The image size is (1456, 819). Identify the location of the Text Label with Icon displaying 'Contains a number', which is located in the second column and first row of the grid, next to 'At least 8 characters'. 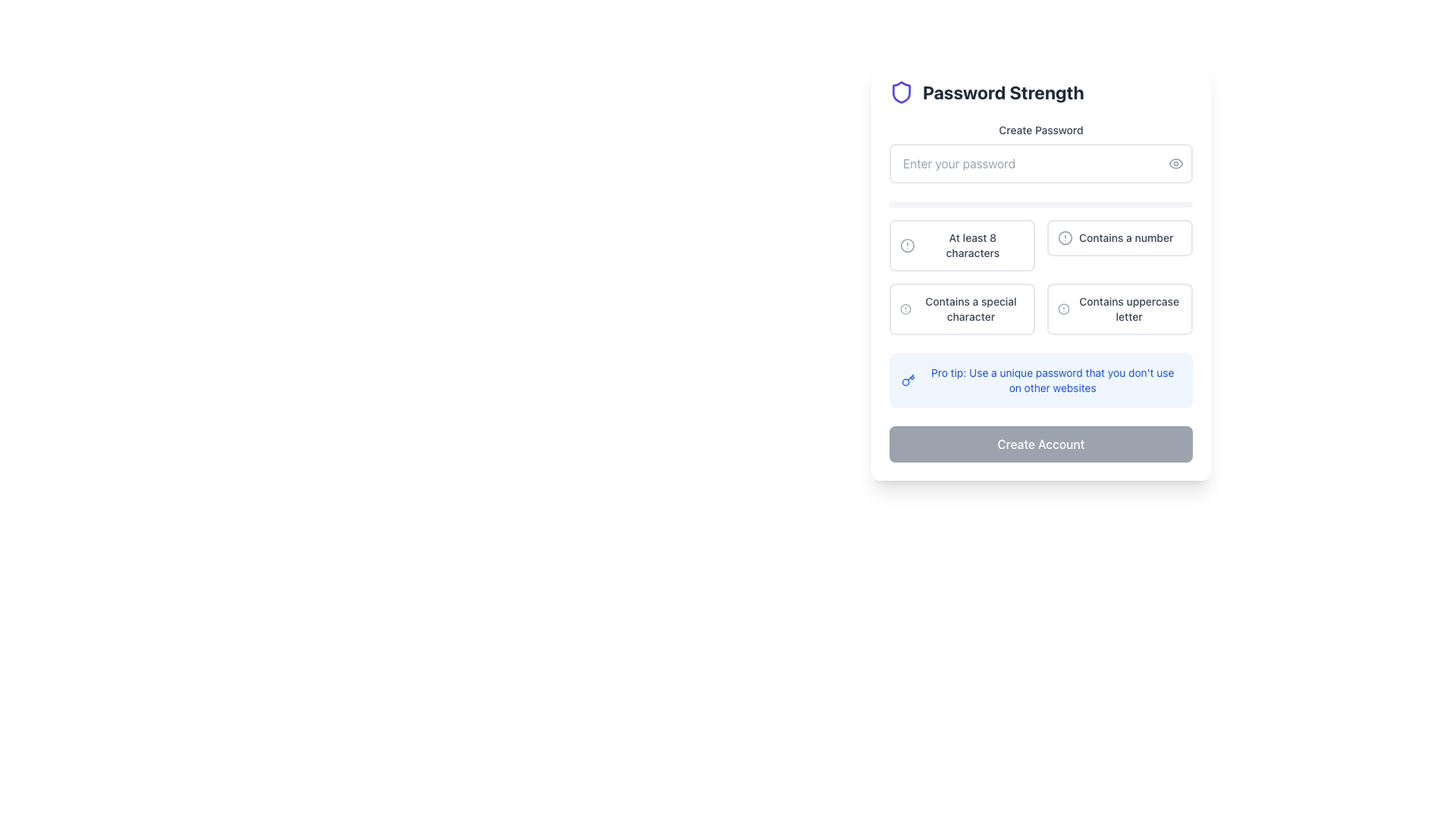
(1120, 245).